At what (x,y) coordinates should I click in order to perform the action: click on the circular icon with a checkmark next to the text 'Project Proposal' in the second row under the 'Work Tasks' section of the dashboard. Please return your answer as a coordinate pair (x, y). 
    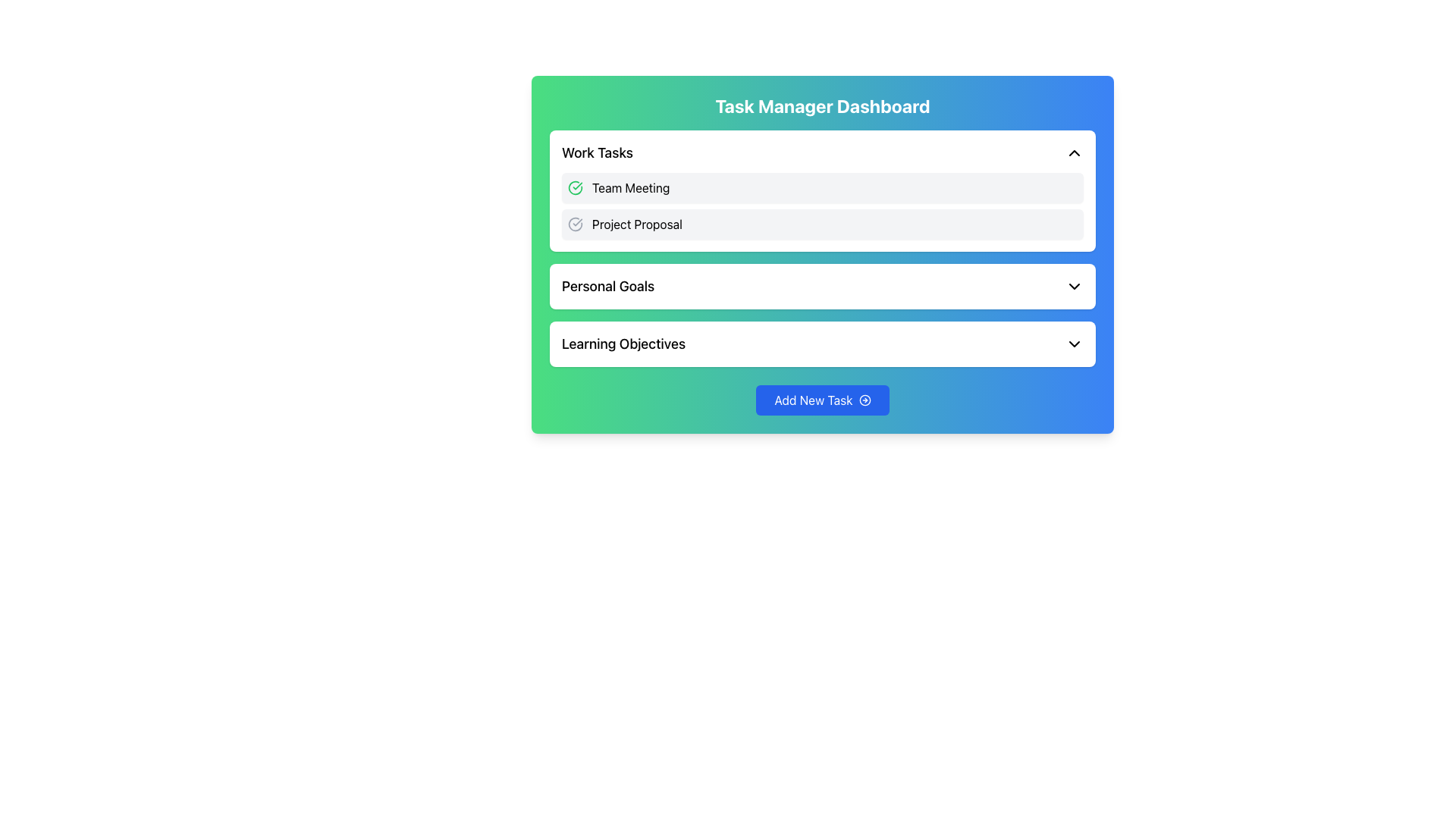
    Looking at the image, I should click on (574, 224).